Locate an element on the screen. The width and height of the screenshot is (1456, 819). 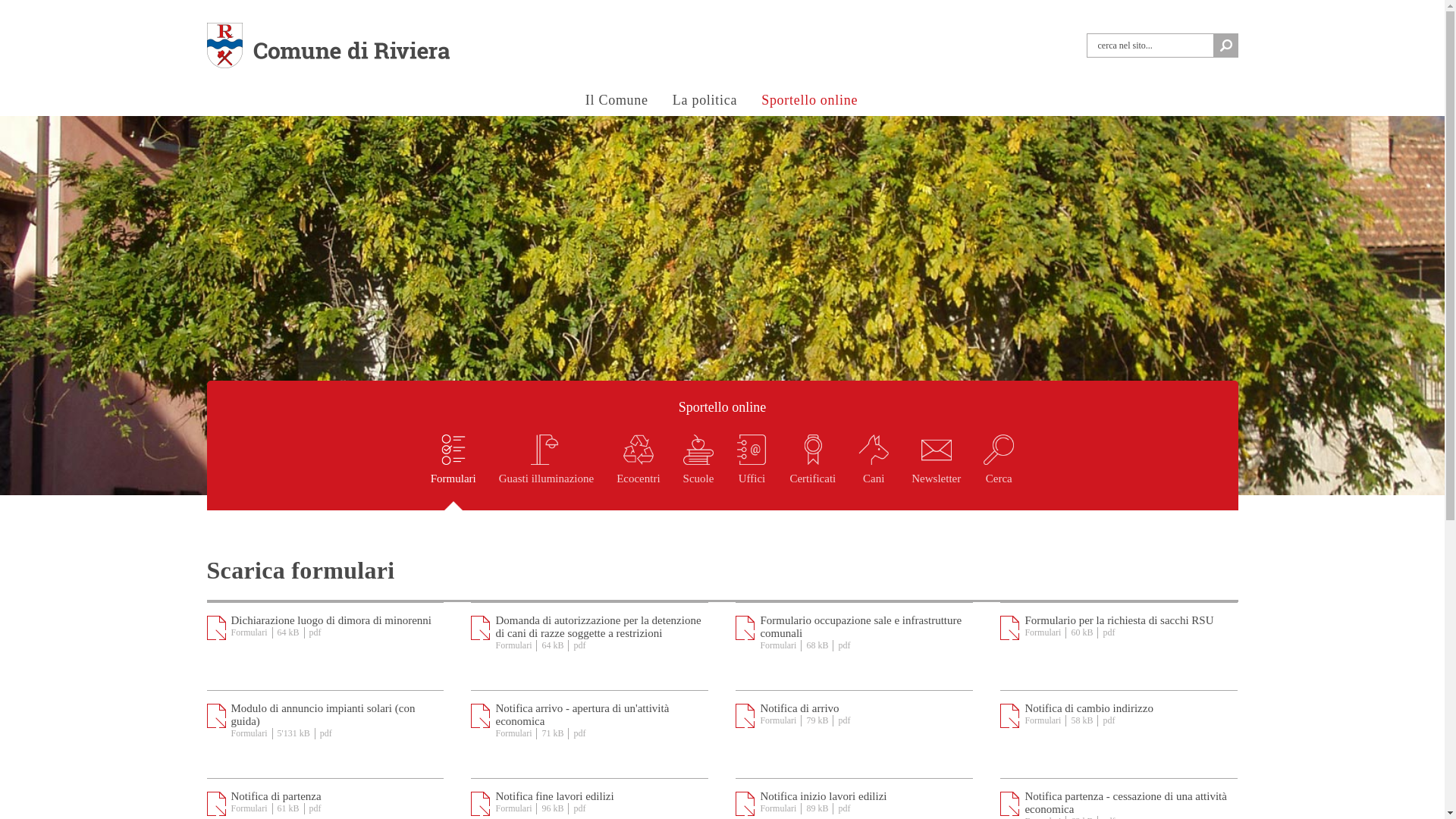
'Cani' is located at coordinates (874, 472).